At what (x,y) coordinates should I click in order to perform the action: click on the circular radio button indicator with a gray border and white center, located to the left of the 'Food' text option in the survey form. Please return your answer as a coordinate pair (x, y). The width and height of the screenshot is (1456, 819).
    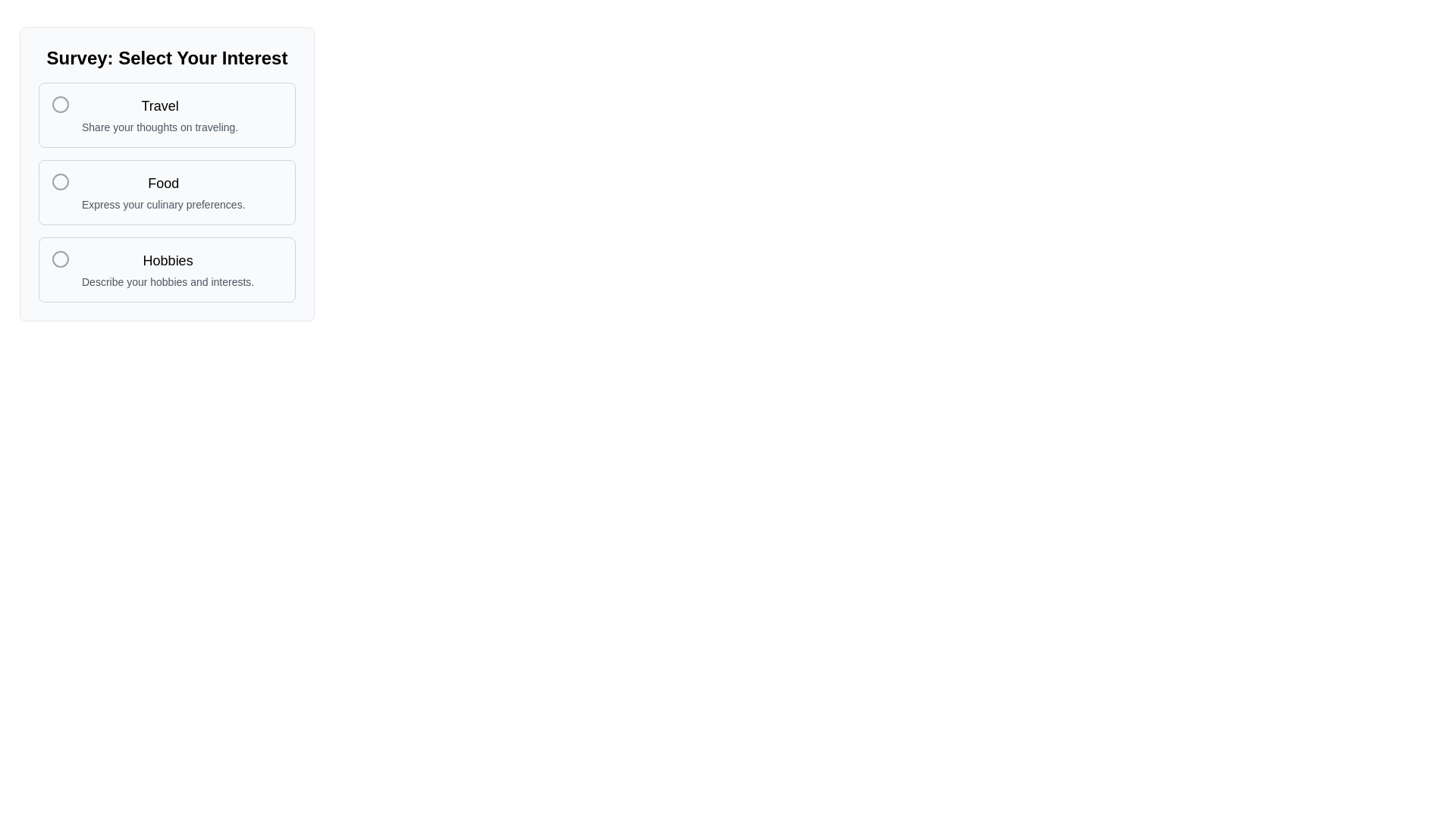
    Looking at the image, I should click on (61, 180).